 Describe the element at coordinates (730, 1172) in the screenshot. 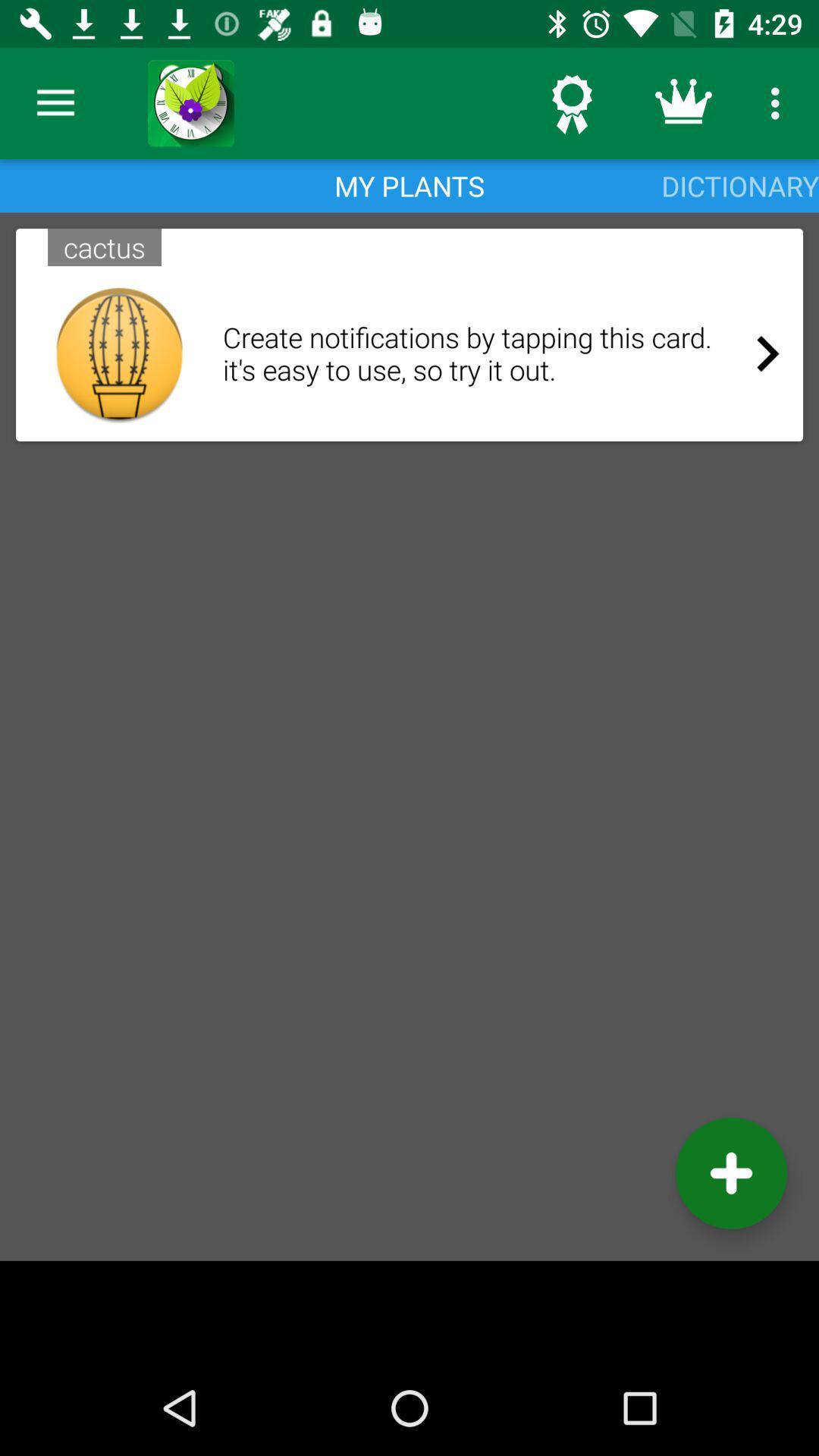

I see `the add icon` at that location.